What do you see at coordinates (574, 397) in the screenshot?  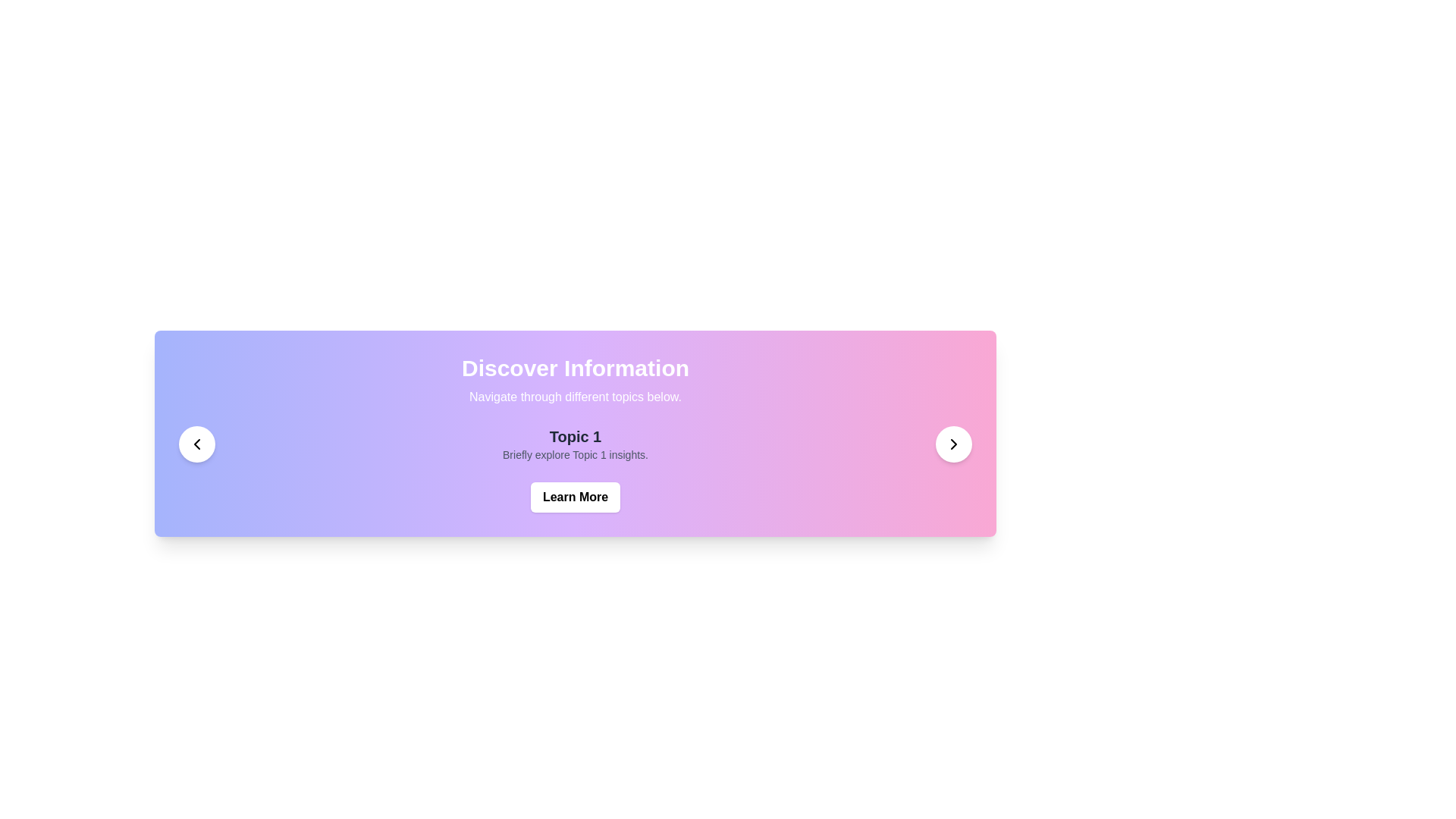 I see `the Text label that provides instructions for navigating topics, located in the lower half of the gradient banner below the 'Discover Information' heading` at bounding box center [574, 397].